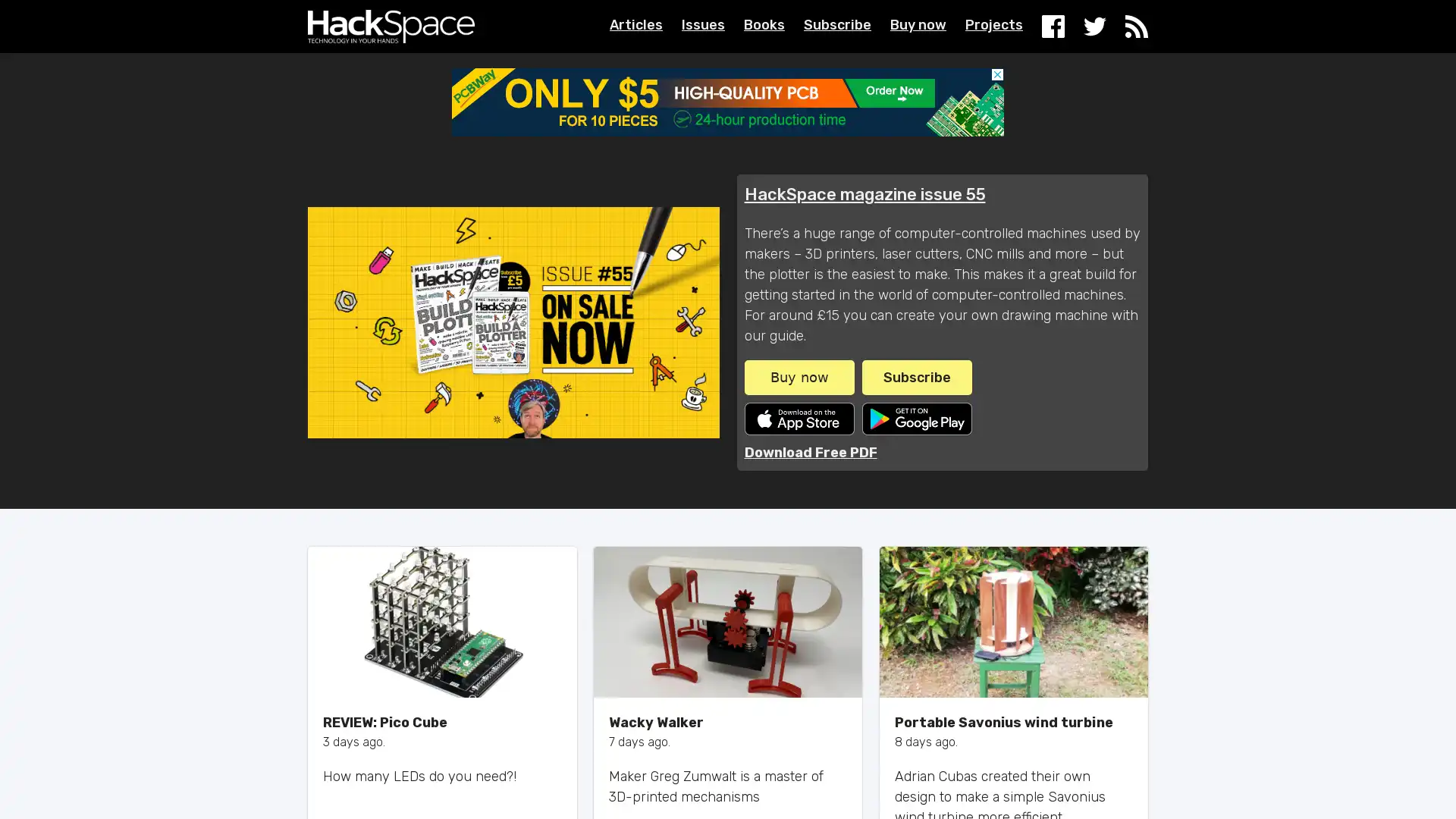 This screenshot has height=819, width=1456. What do you see at coordinates (798, 376) in the screenshot?
I see `Buy now` at bounding box center [798, 376].